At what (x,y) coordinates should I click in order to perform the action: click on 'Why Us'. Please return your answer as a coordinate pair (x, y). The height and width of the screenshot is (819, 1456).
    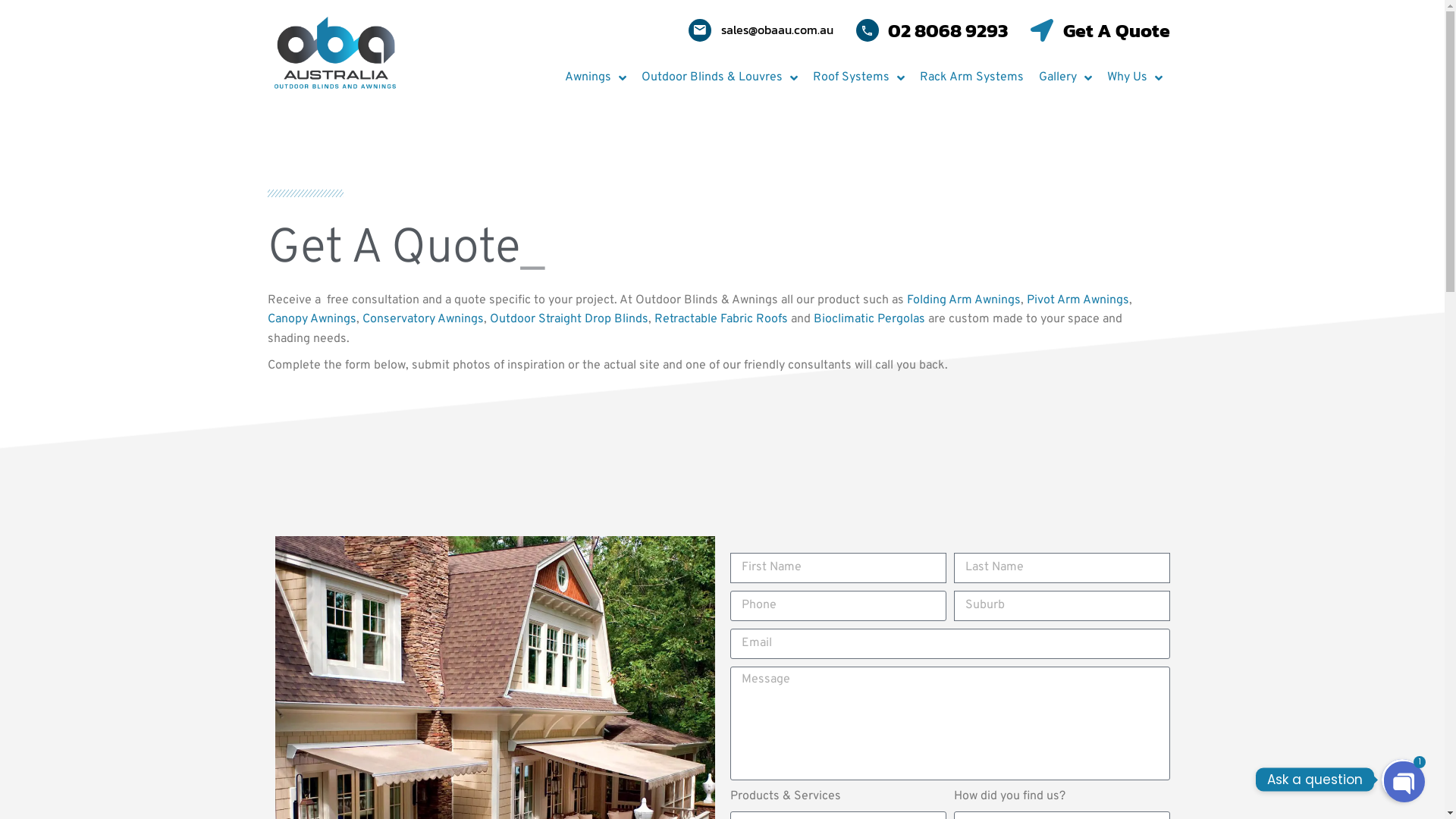
    Looking at the image, I should click on (1134, 78).